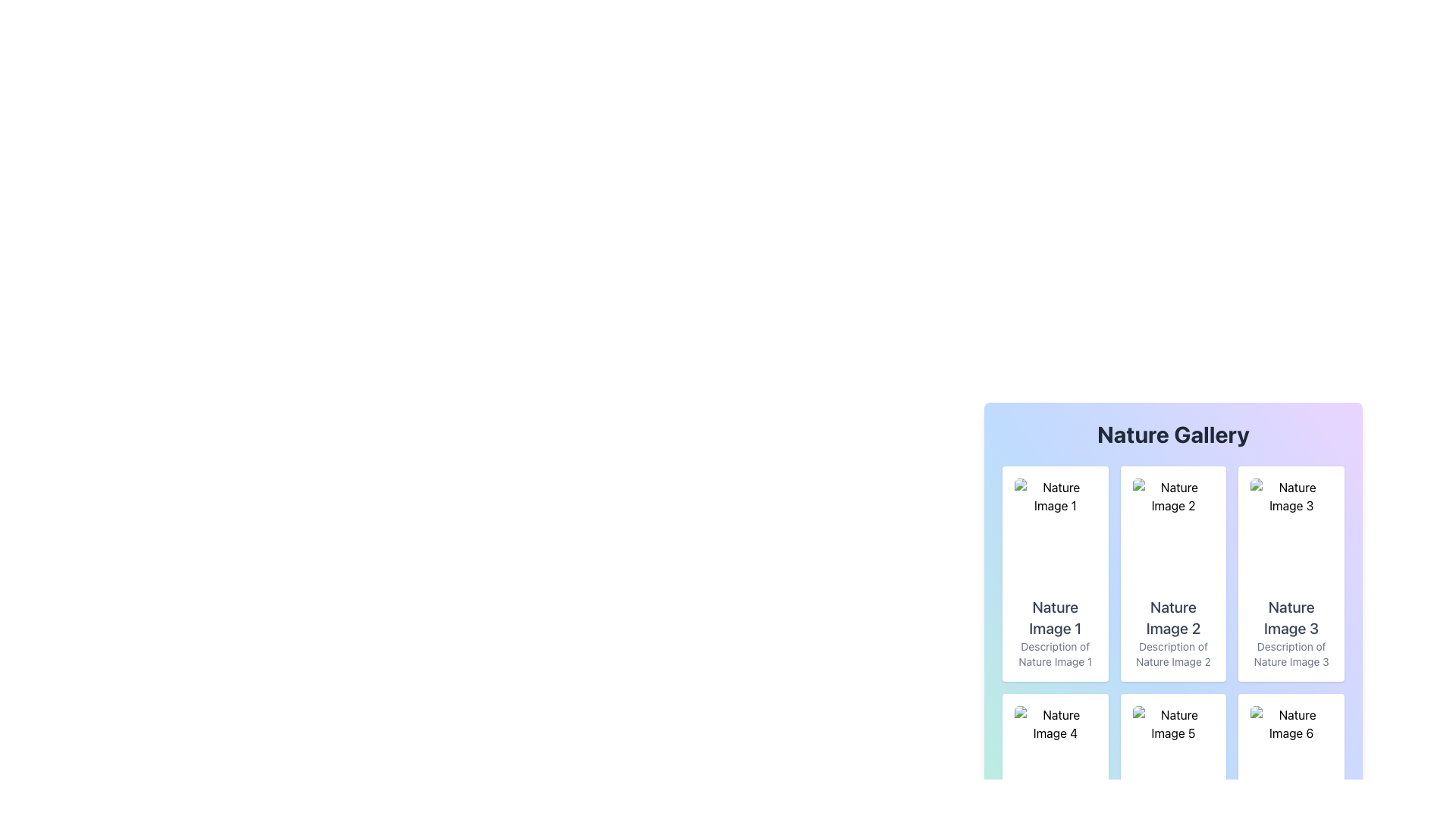  I want to click on the first card in the top row of the grid under 'Nature Gallery' that contains a placeholder image labeled 'Nature Image 1', so click(1054, 573).